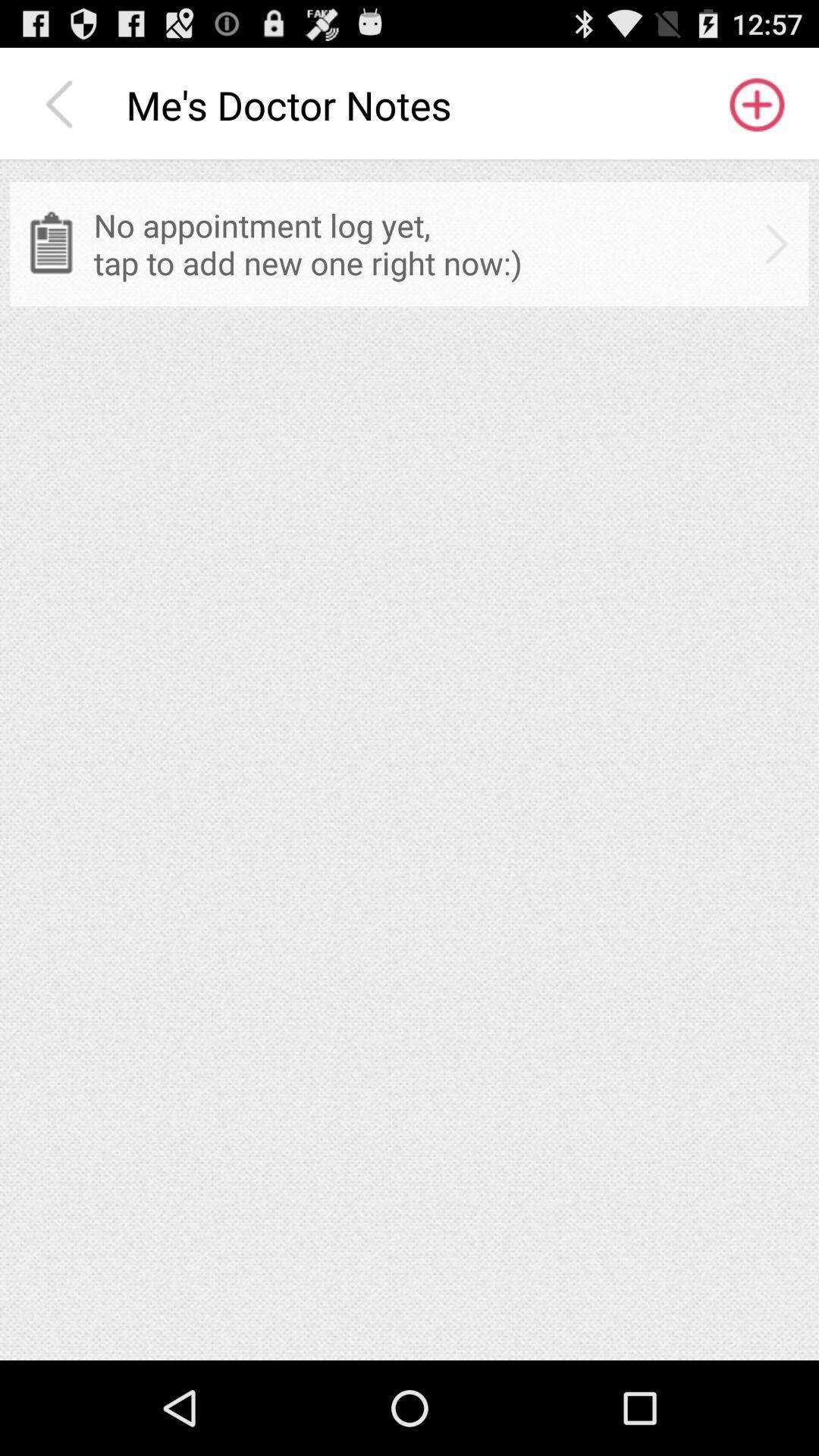 The image size is (819, 1456). I want to click on the app next to the me s doctor item, so click(755, 104).